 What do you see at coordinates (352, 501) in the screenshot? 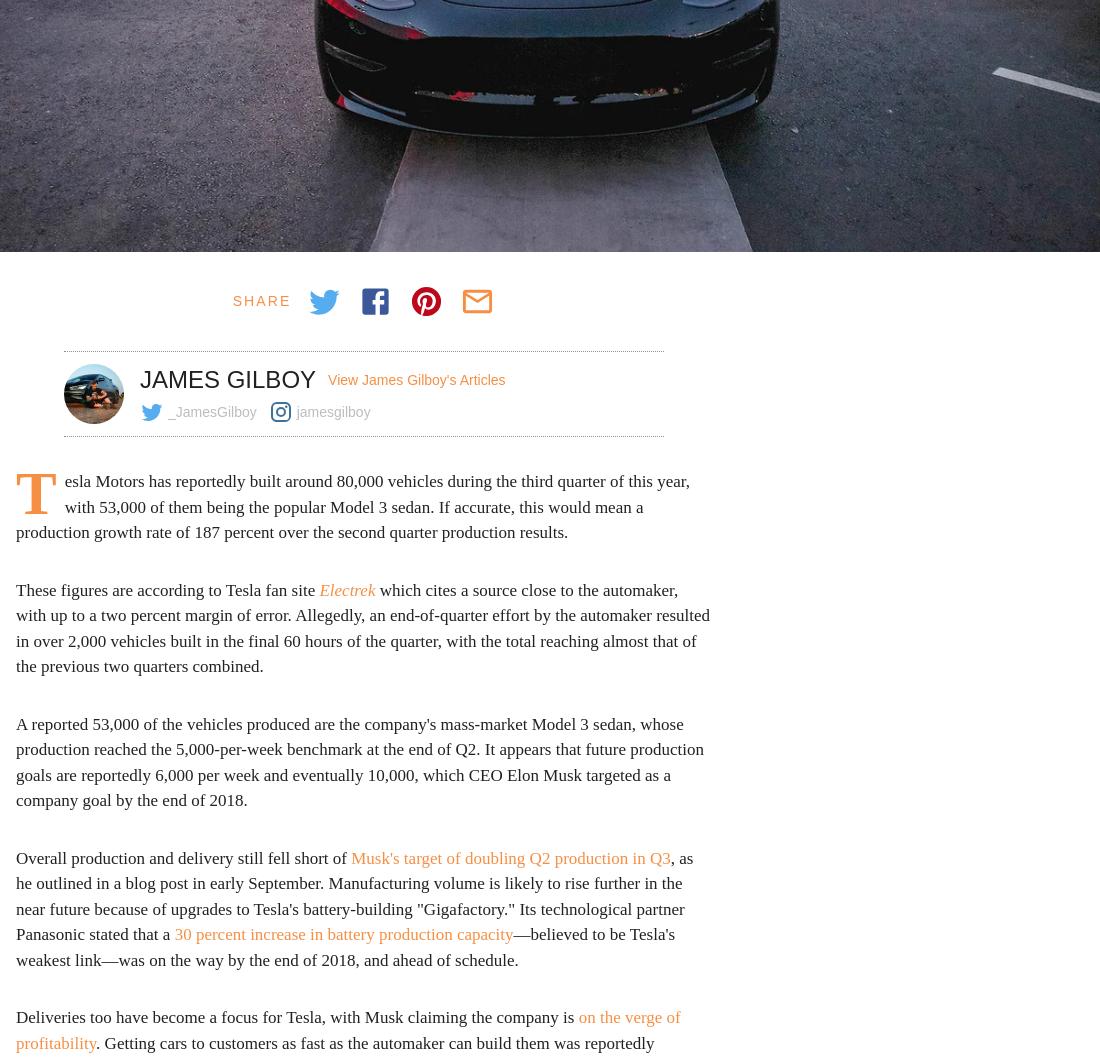
I see `'Tesla Motors has reportedly built around 80,000 vehicles during the third quarter of this year, with 53,000 of them being the popular Model 3 sedan. If accurate, this would mean a production growth rate of 187 percent over the second quarter production results.'` at bounding box center [352, 501].